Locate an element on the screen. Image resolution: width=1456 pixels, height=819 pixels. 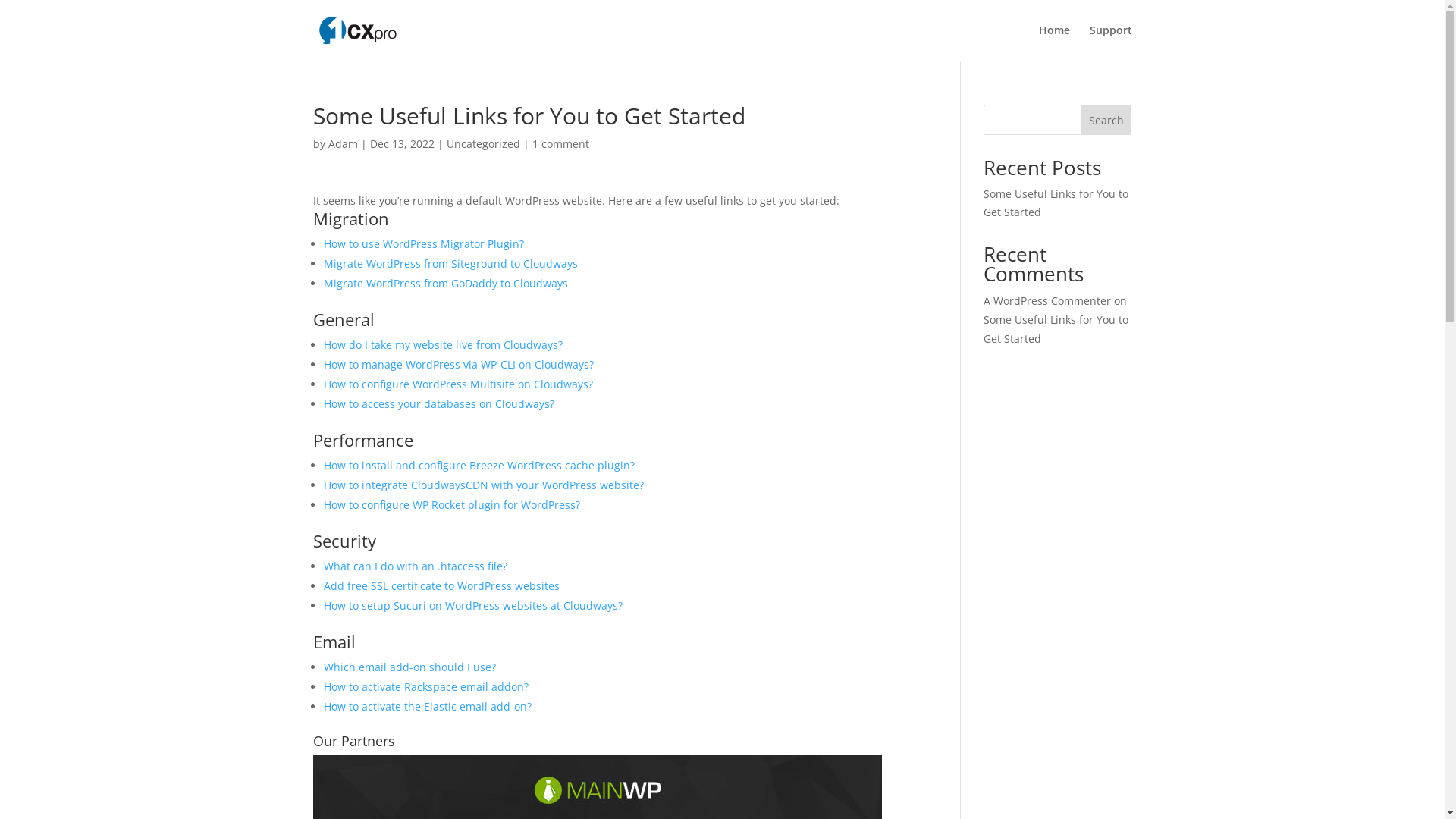
'Search' is located at coordinates (1106, 119).